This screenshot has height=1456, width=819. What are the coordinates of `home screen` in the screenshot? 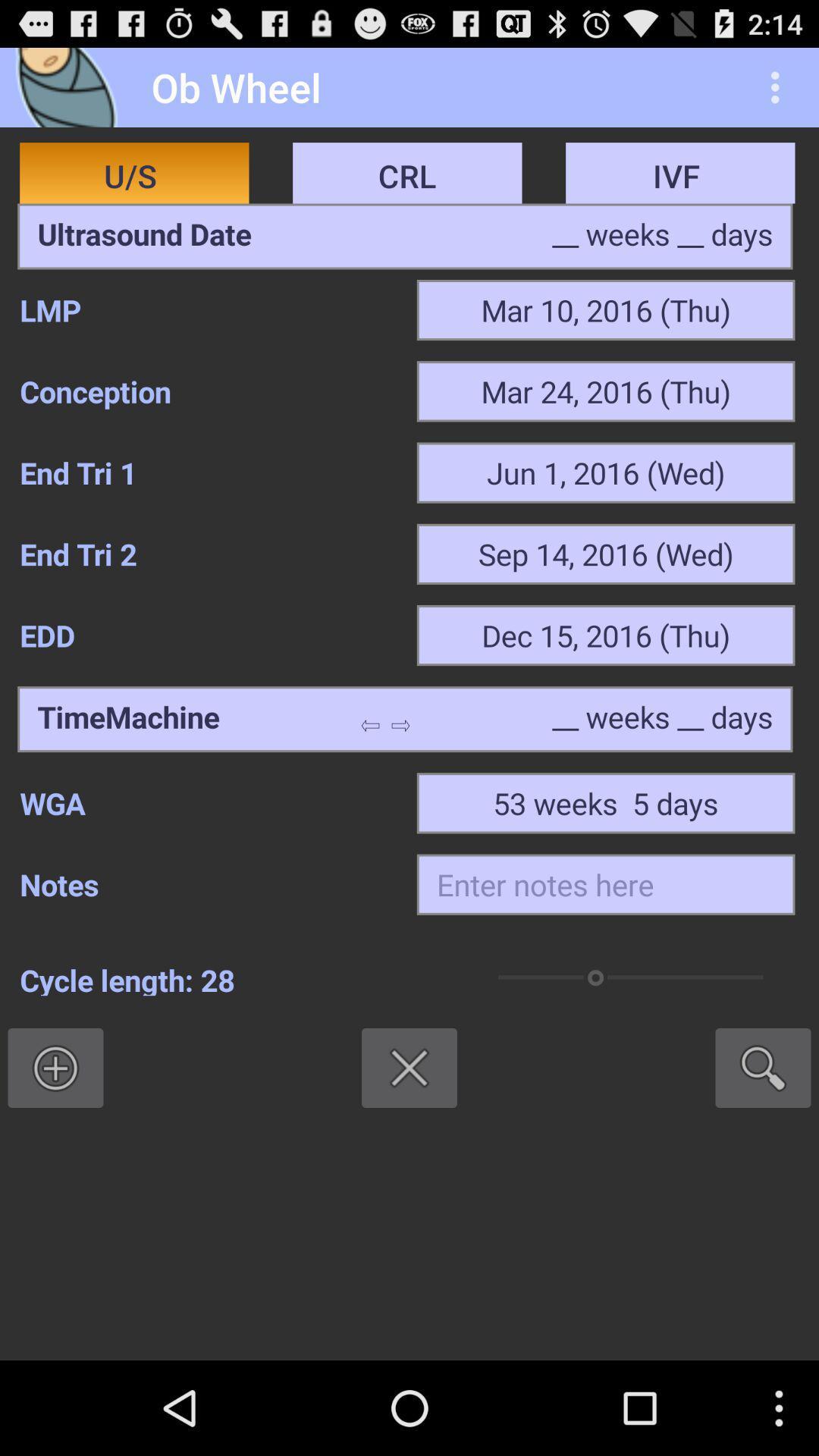 It's located at (71, 86).